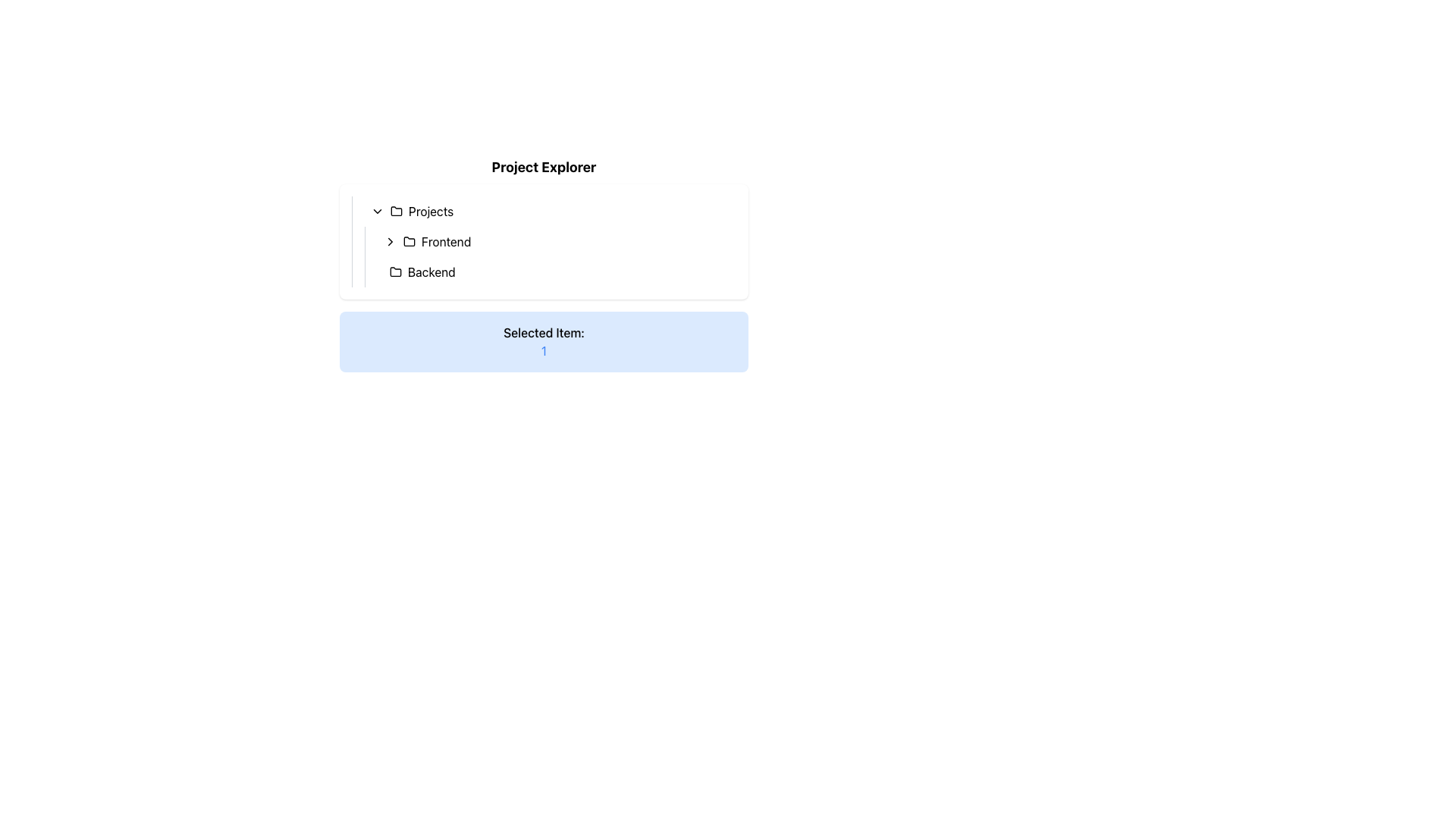  Describe the element at coordinates (396, 271) in the screenshot. I see `the folder icon located to the left of the 'Backend' text, which symbolizes navigation or grouping of items` at that location.